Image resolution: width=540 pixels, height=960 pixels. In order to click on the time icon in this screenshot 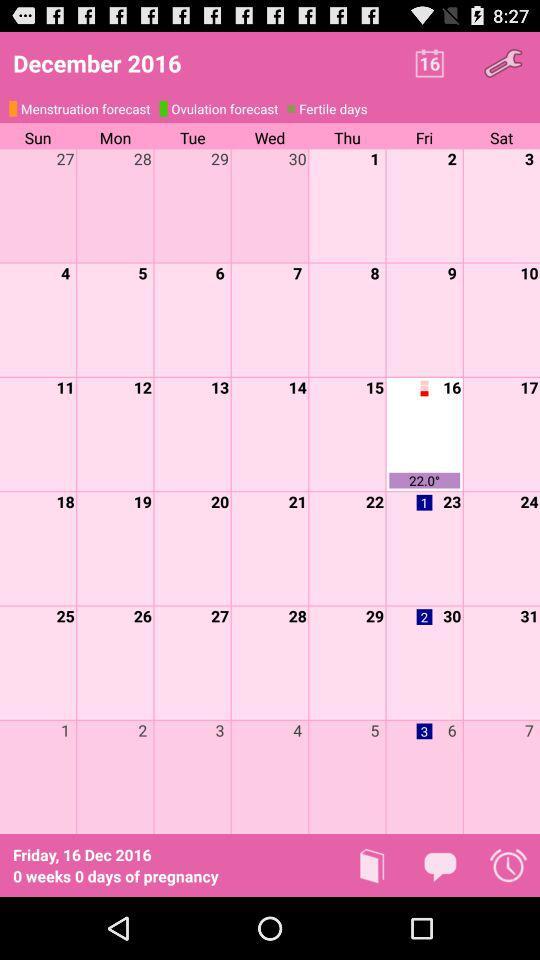, I will do `click(508, 926)`.